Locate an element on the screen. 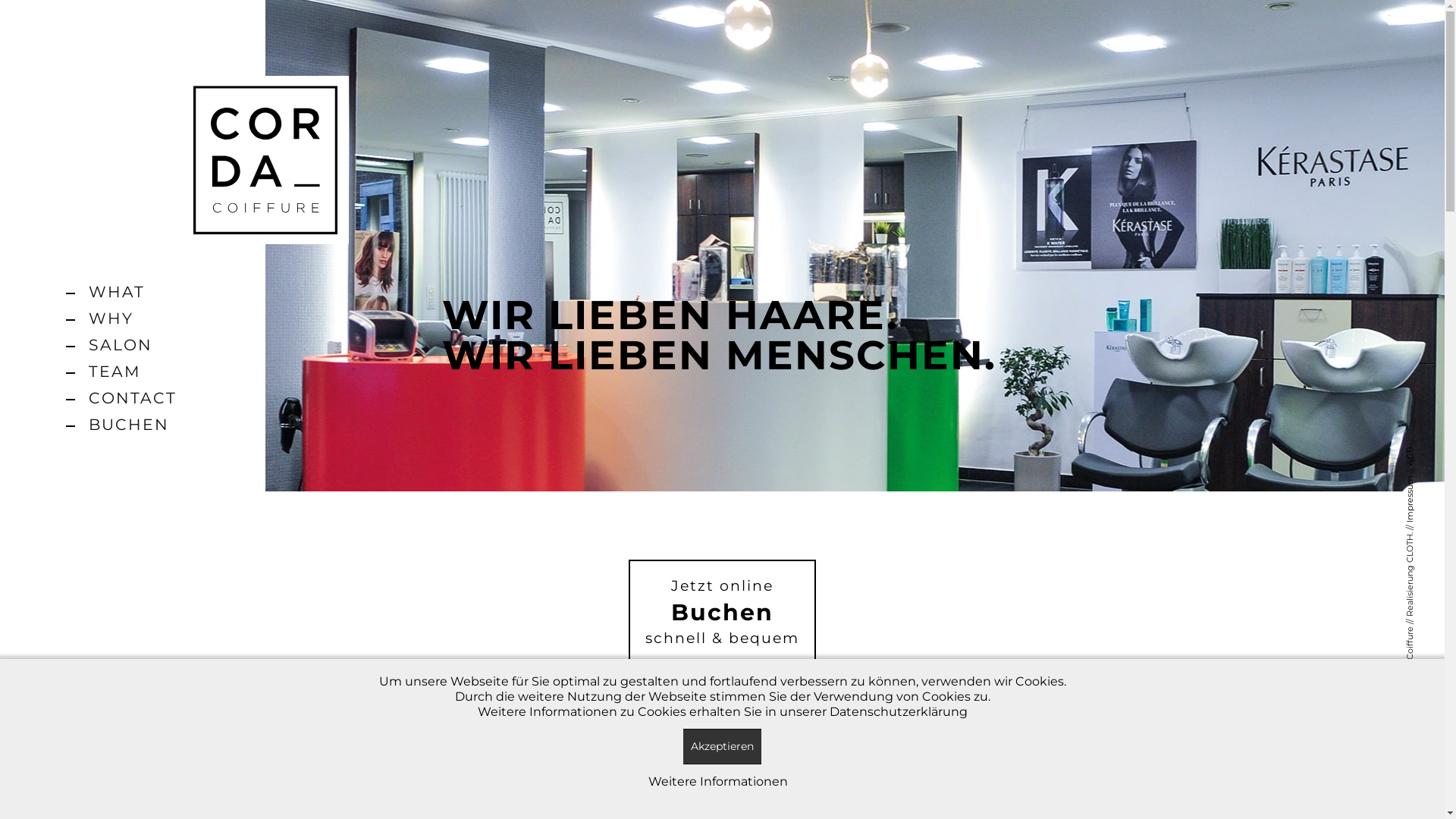  'TEAM' is located at coordinates (132, 371).